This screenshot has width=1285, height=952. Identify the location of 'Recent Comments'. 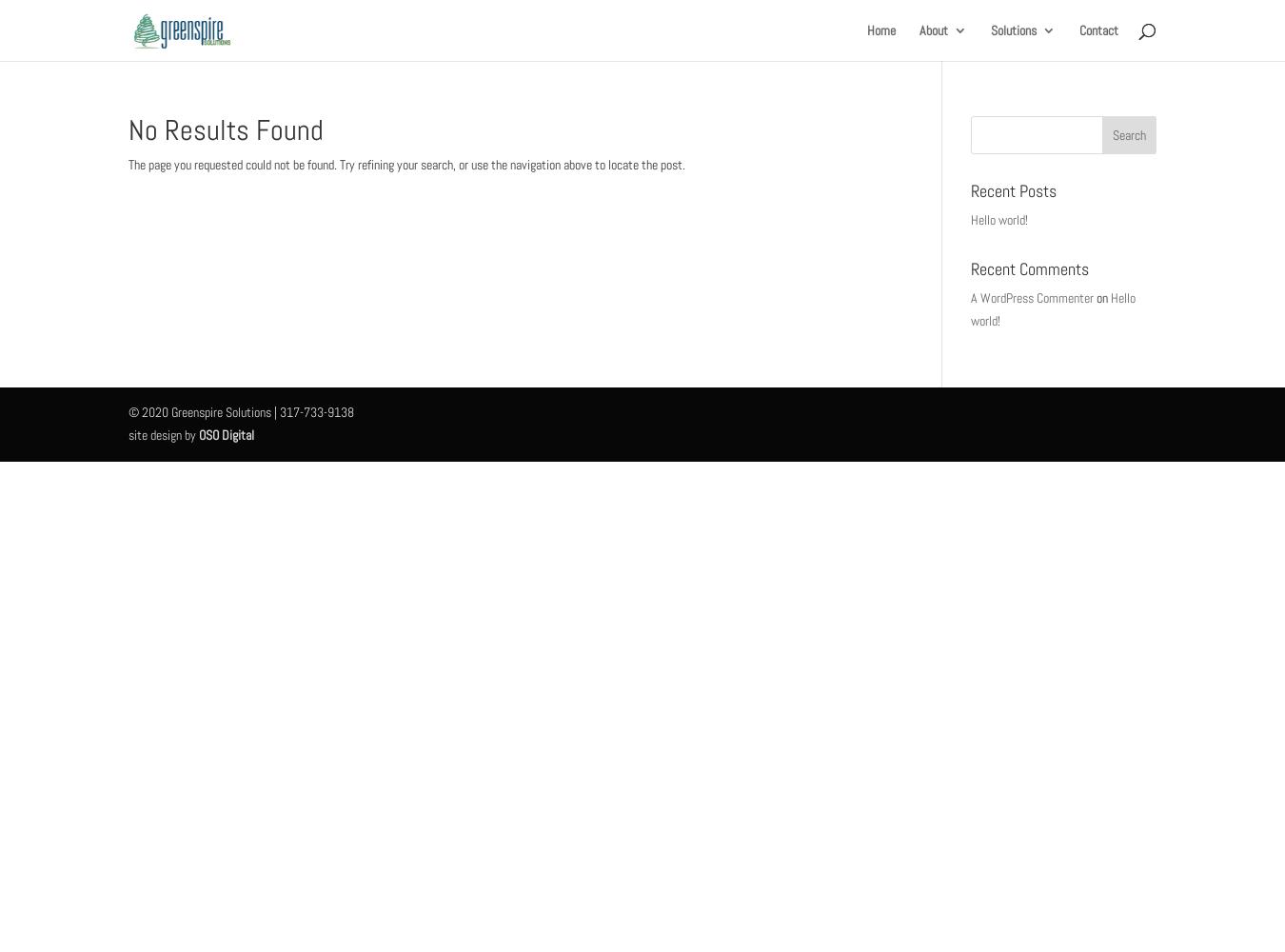
(1028, 268).